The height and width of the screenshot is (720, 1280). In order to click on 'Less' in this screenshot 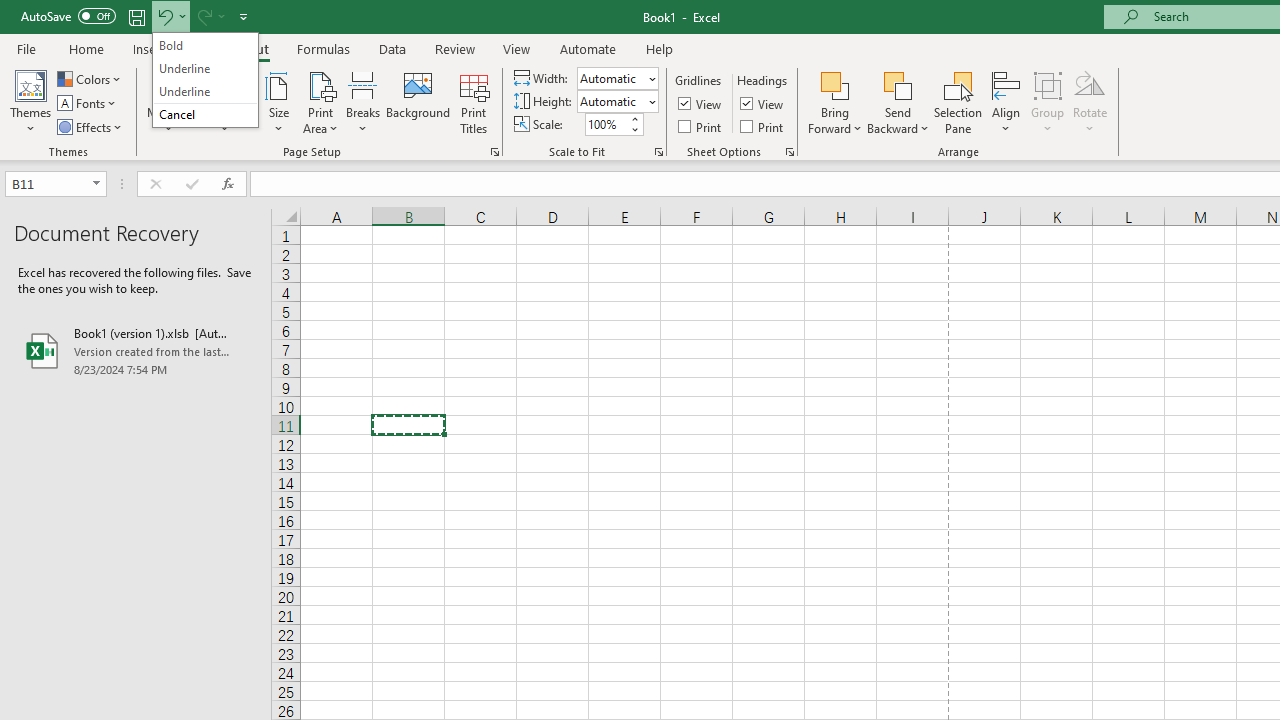, I will do `click(633, 129)`.